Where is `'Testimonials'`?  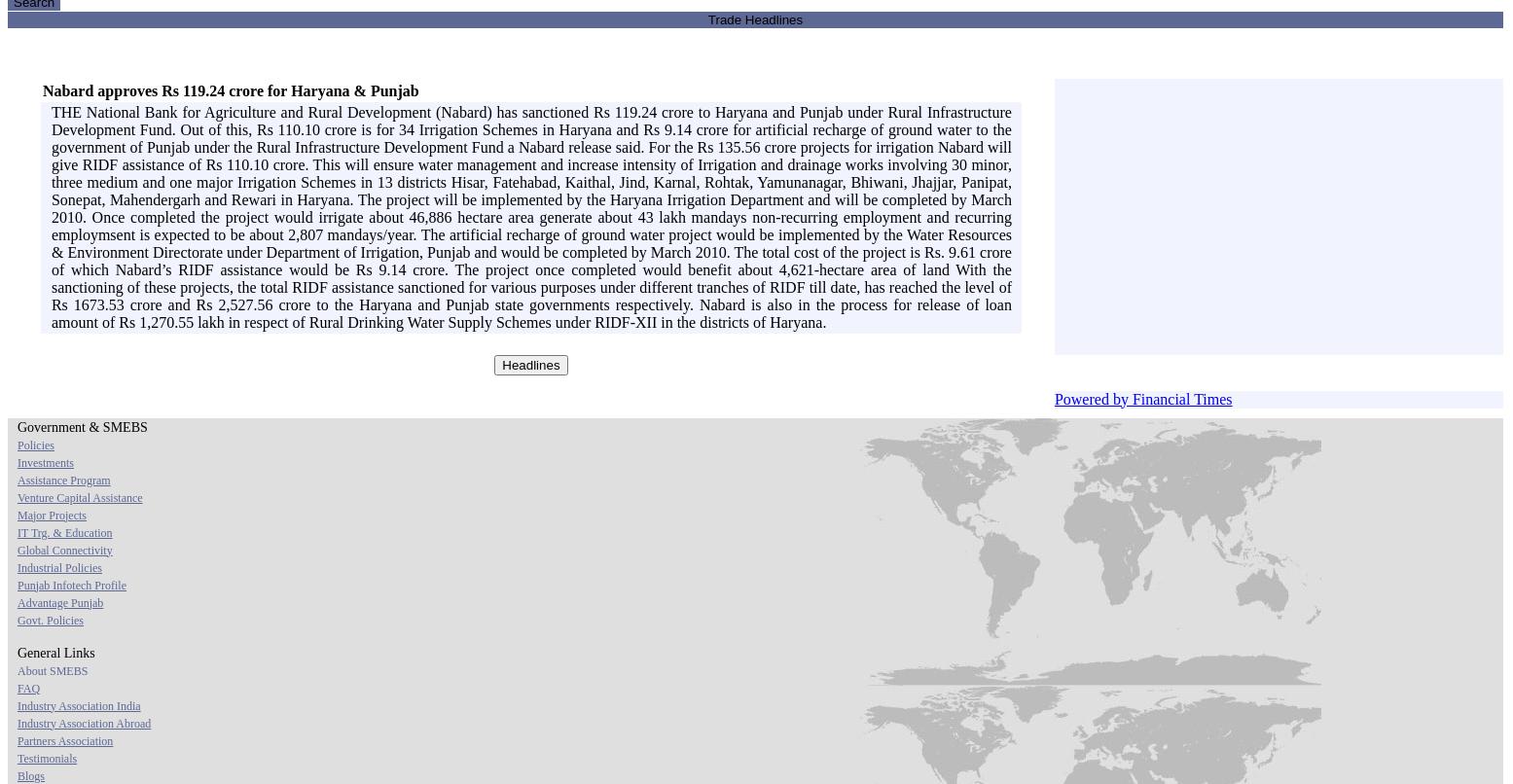
'Testimonials' is located at coordinates (18, 756).